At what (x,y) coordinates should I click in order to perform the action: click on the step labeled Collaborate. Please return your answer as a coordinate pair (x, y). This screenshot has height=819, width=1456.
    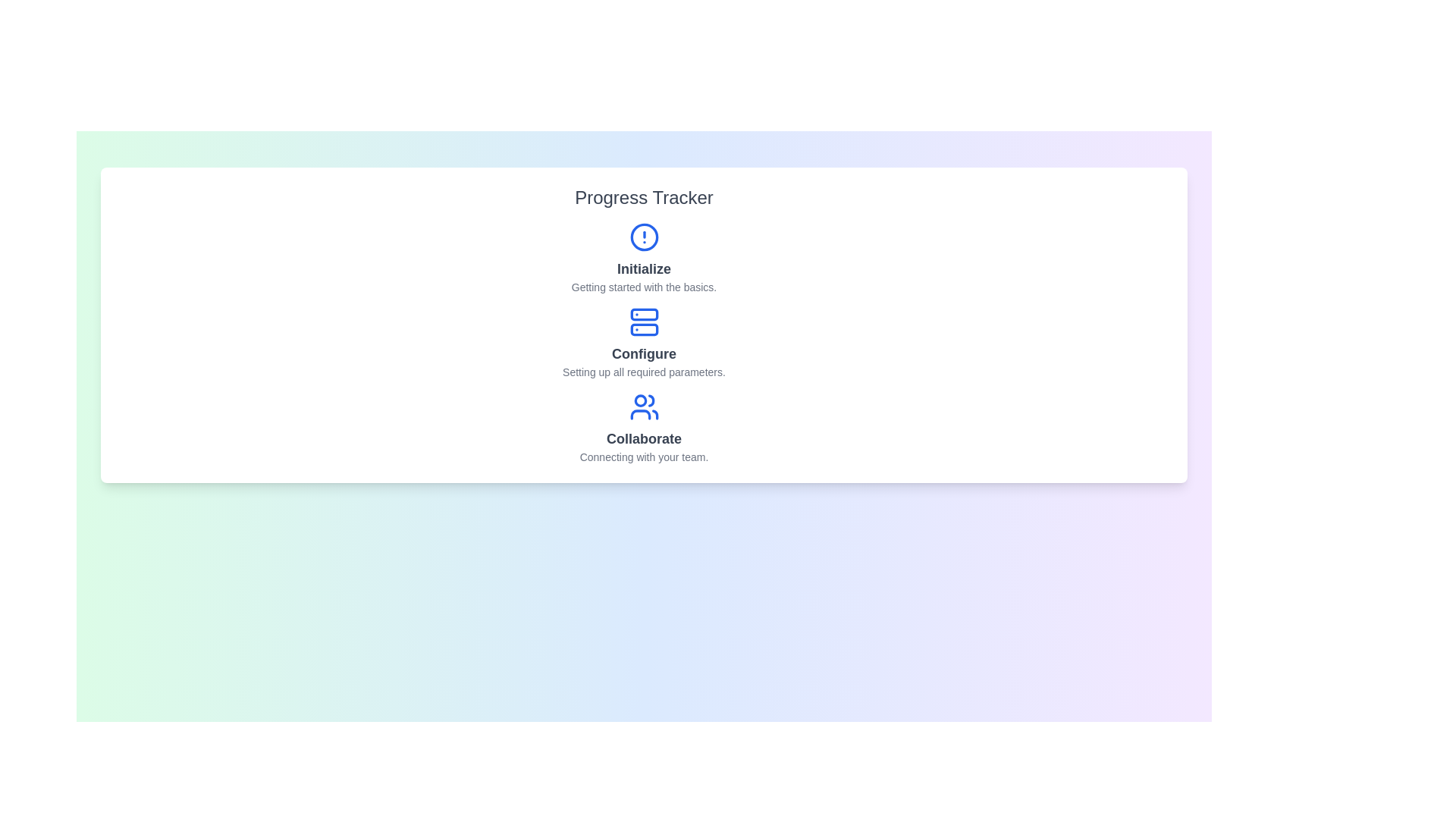
    Looking at the image, I should click on (644, 428).